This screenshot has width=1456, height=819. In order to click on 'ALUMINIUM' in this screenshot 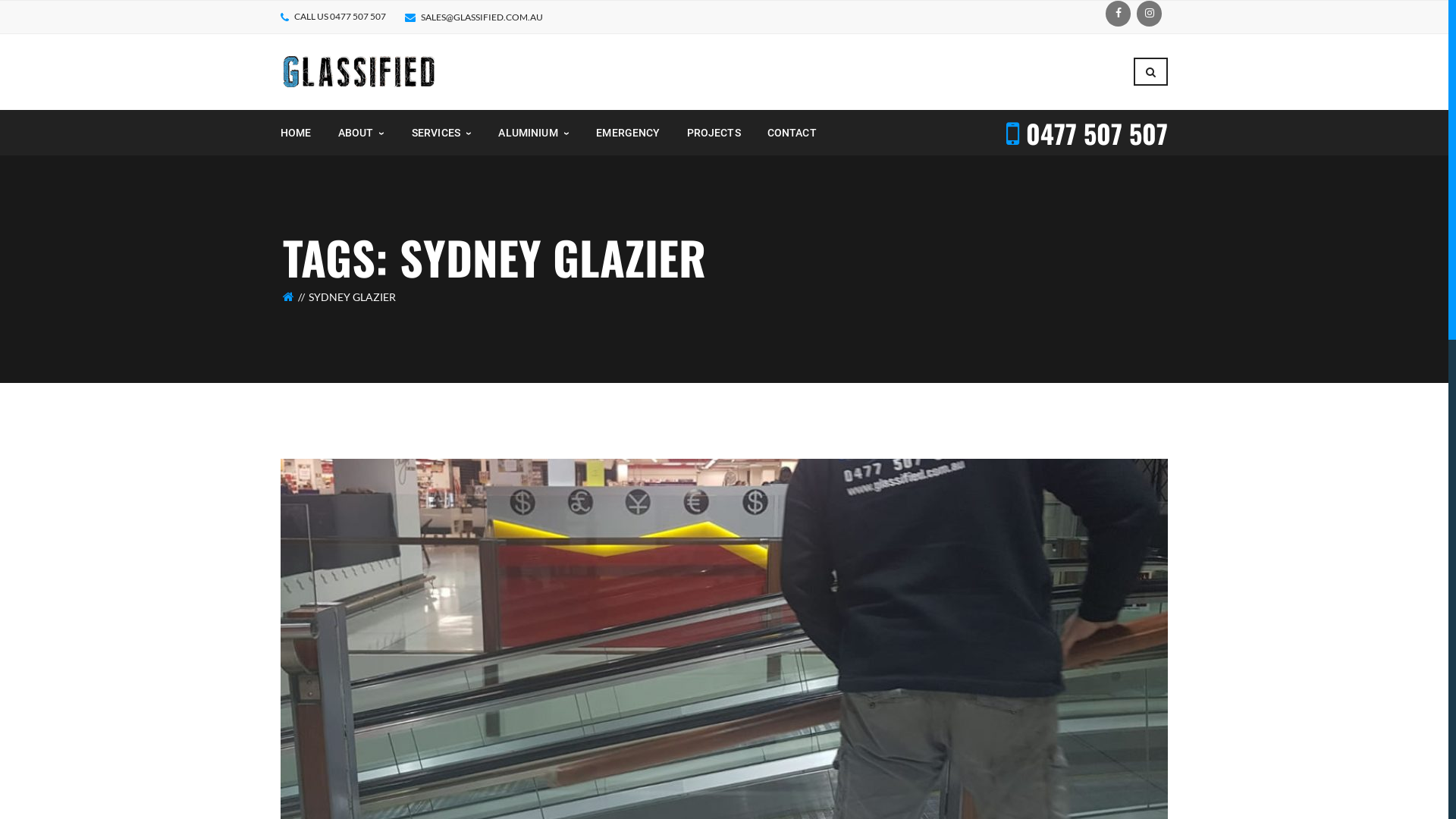, I will do `click(534, 131)`.